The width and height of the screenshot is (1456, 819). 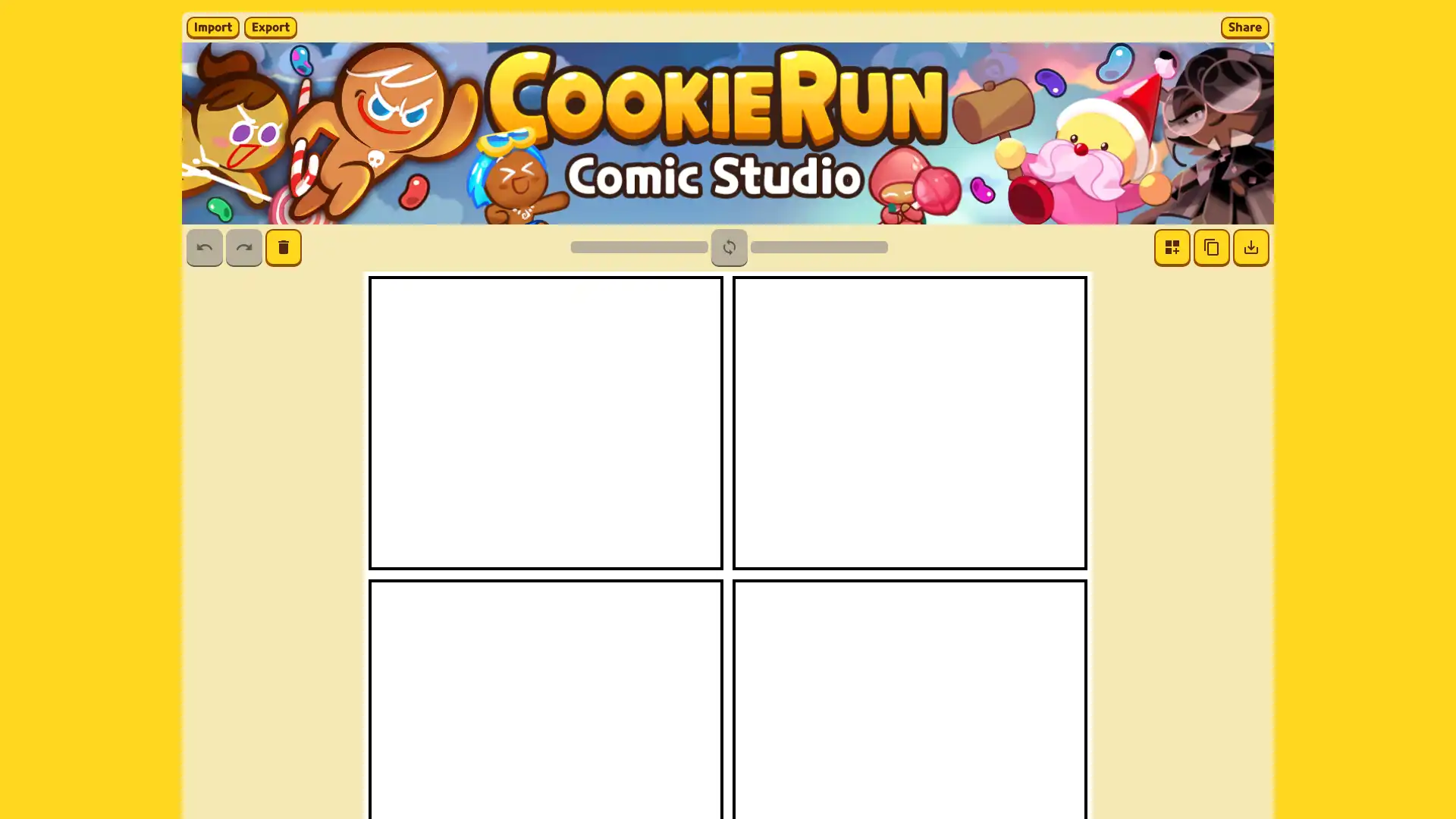 What do you see at coordinates (1251, 246) in the screenshot?
I see `save_alt` at bounding box center [1251, 246].